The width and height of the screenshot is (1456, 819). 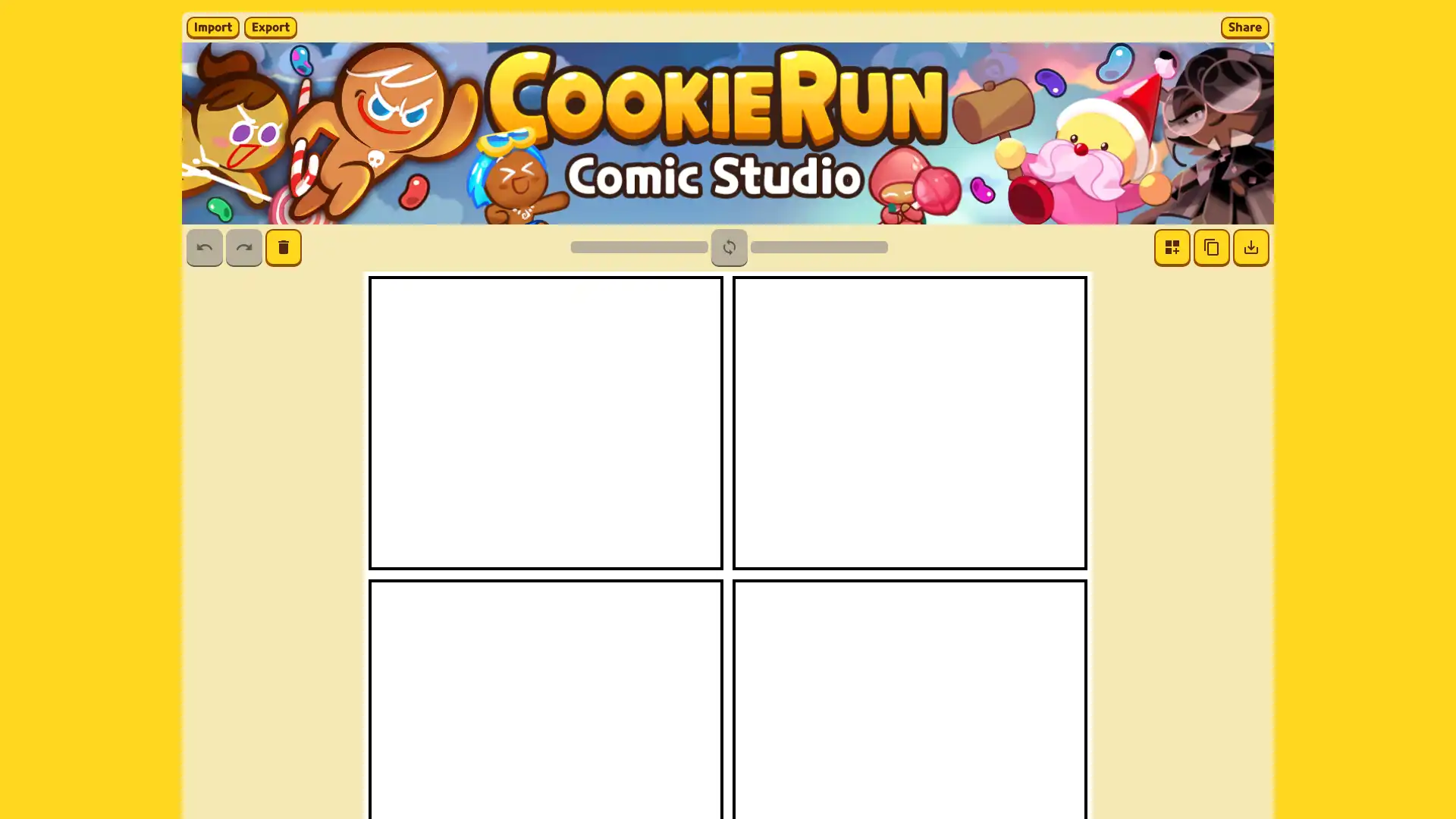 What do you see at coordinates (1251, 246) in the screenshot?
I see `save_alt` at bounding box center [1251, 246].